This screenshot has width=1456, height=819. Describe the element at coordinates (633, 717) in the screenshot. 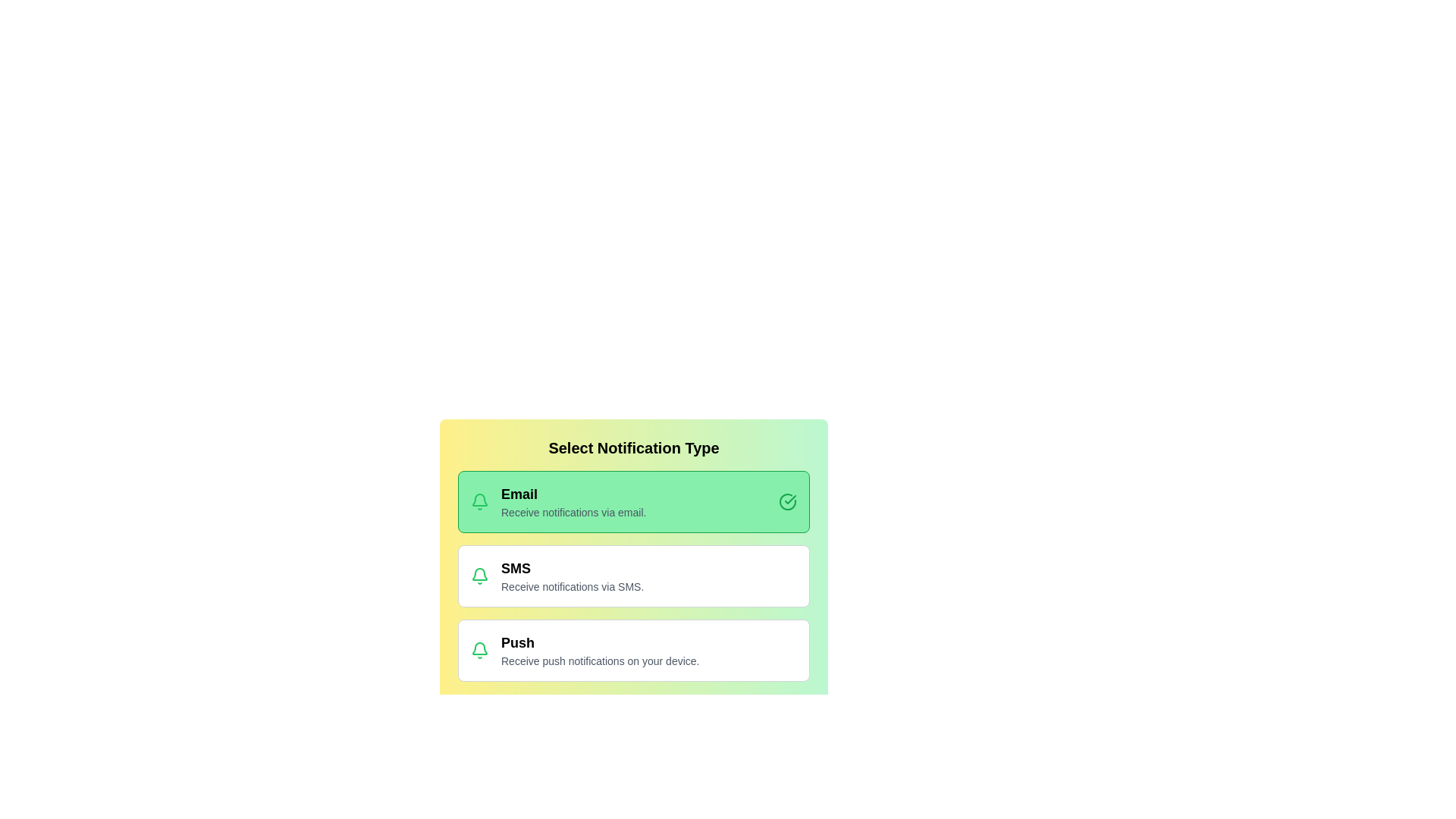

I see `the rectangular 'Save Selection' button with a green background` at that location.